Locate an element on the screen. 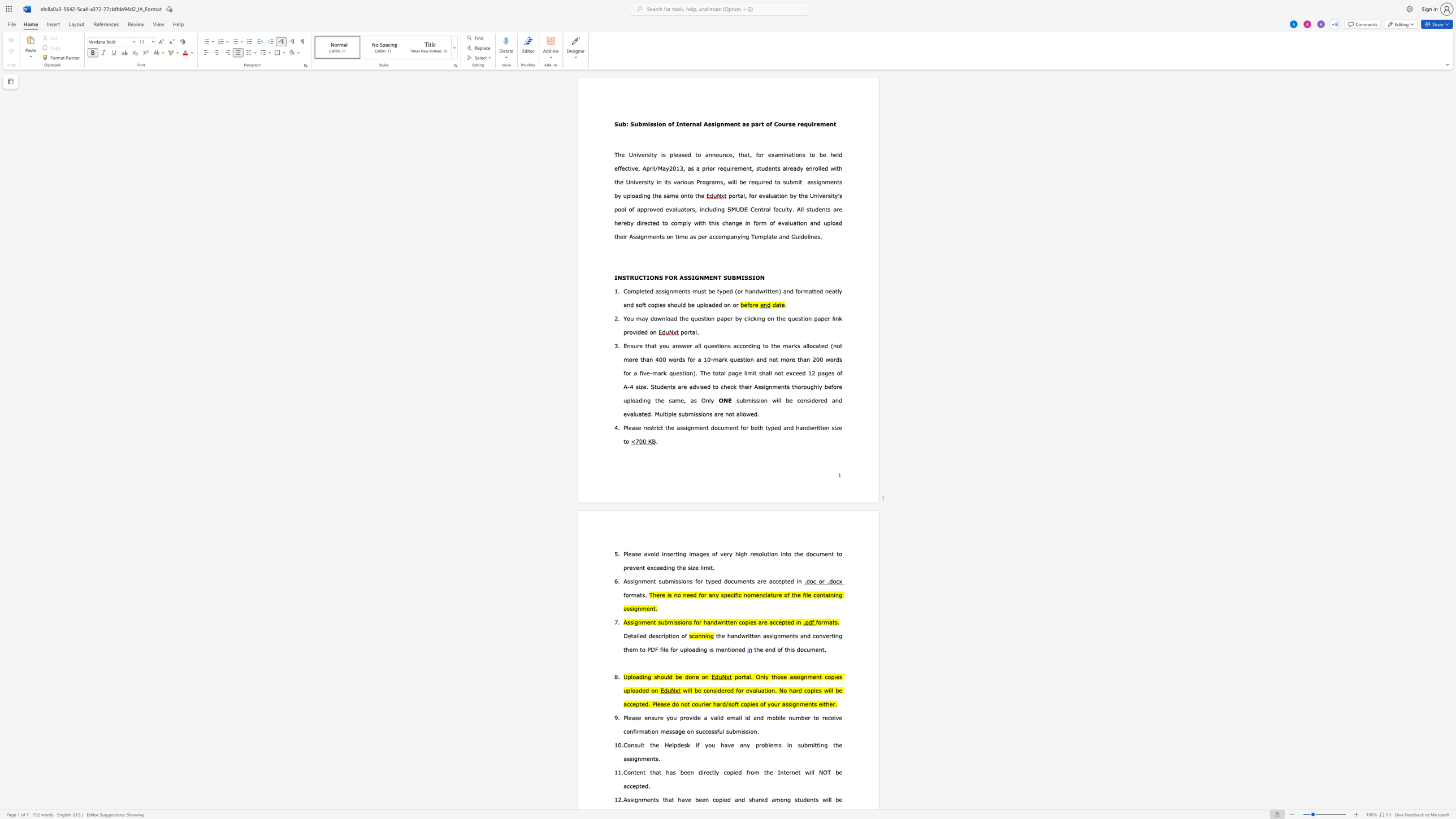  the space between the continuous character "o" and "t" in the text is located at coordinates (732, 413).